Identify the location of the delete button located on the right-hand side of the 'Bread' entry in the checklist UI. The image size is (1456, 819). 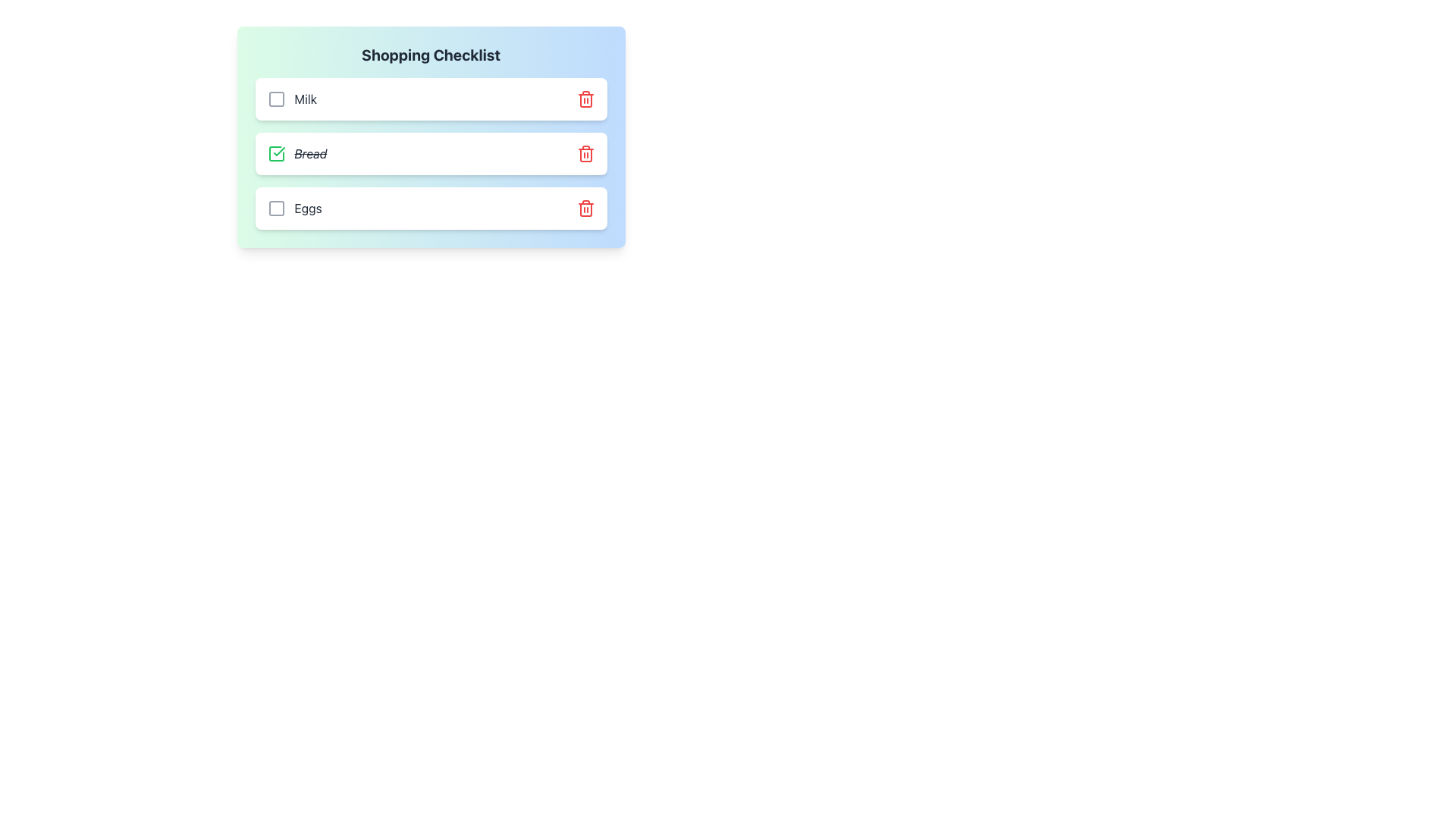
(585, 154).